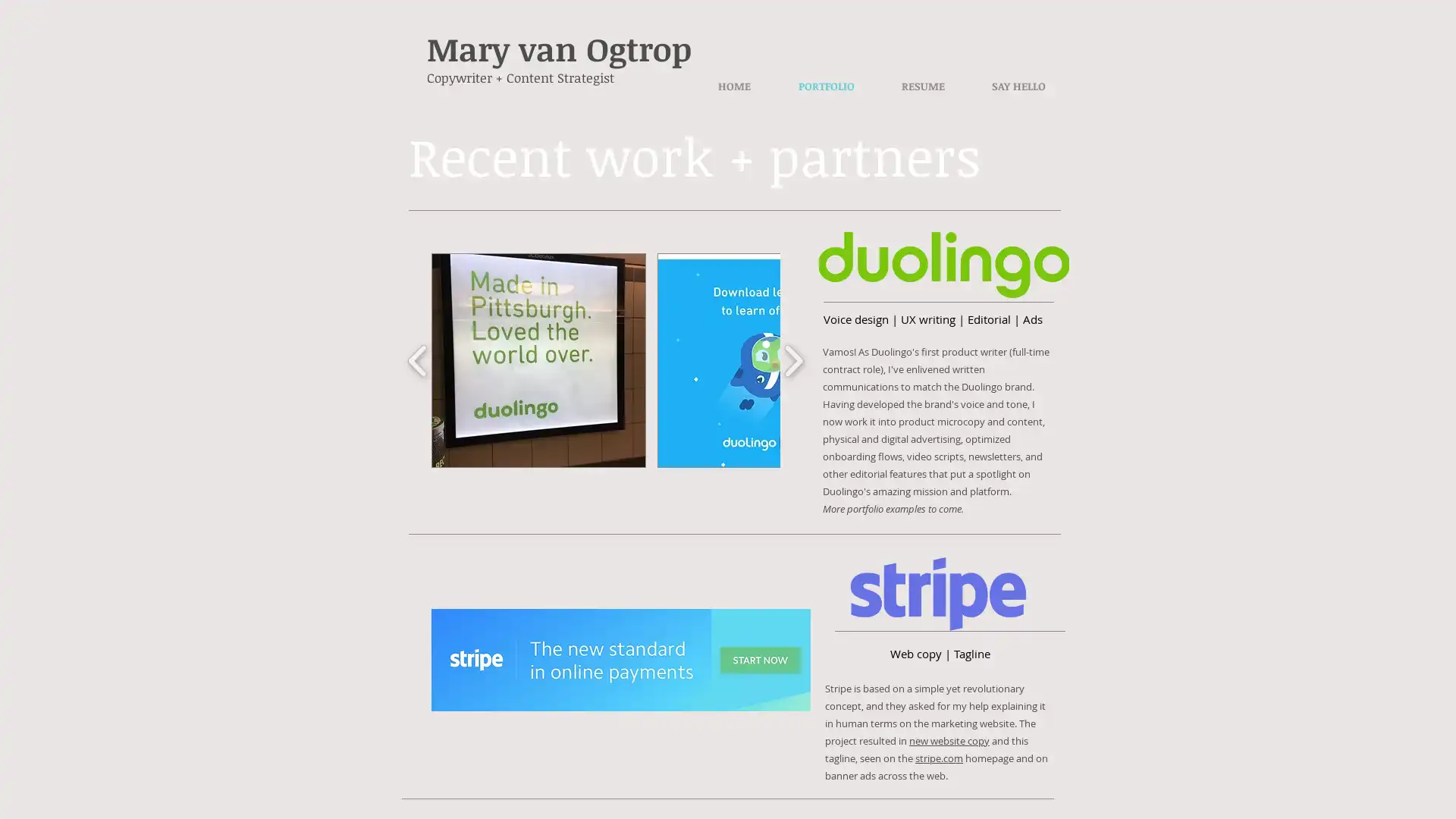  I want to click on play backward, so click(418, 359).